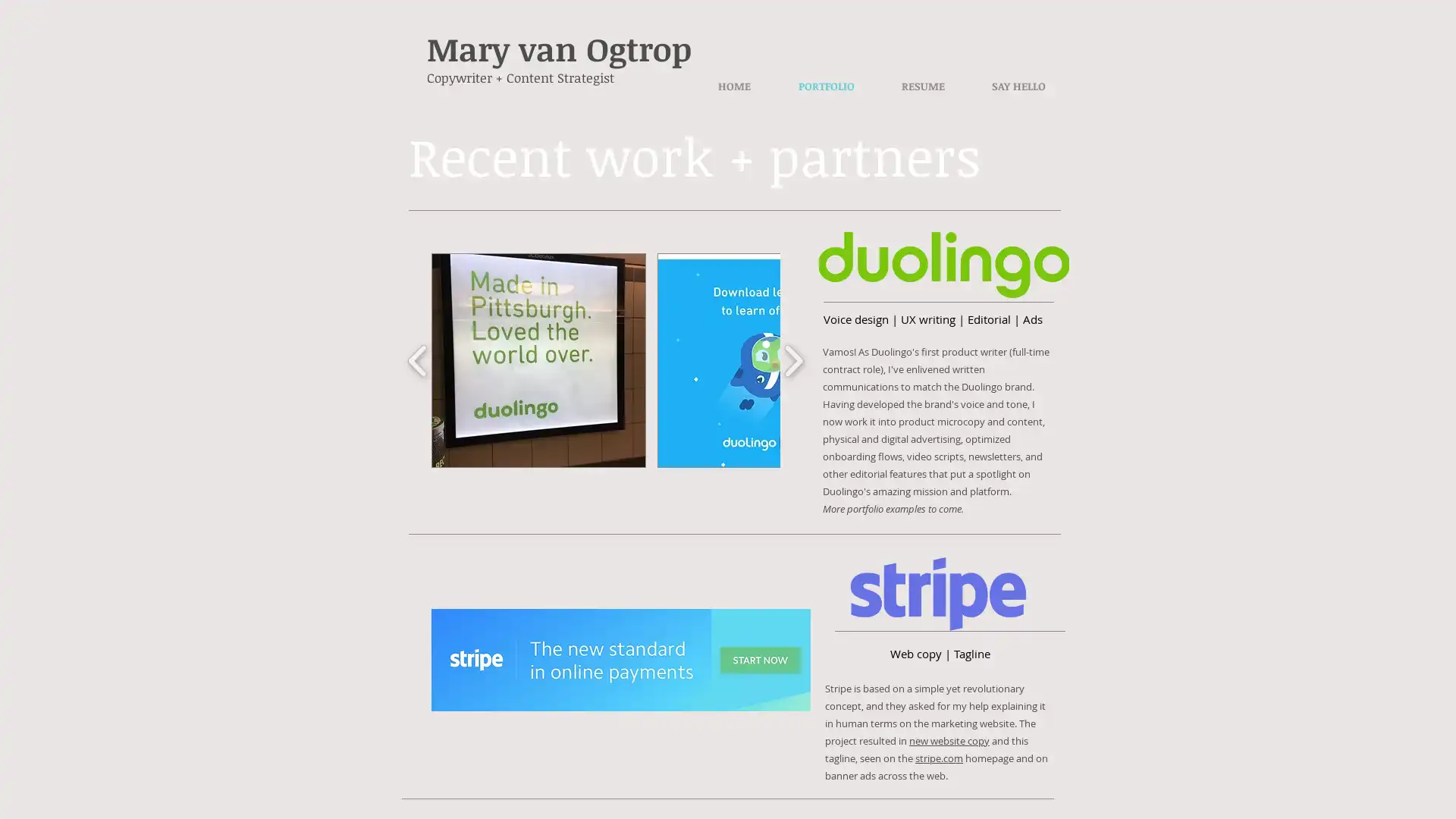  I want to click on play backward, so click(418, 359).